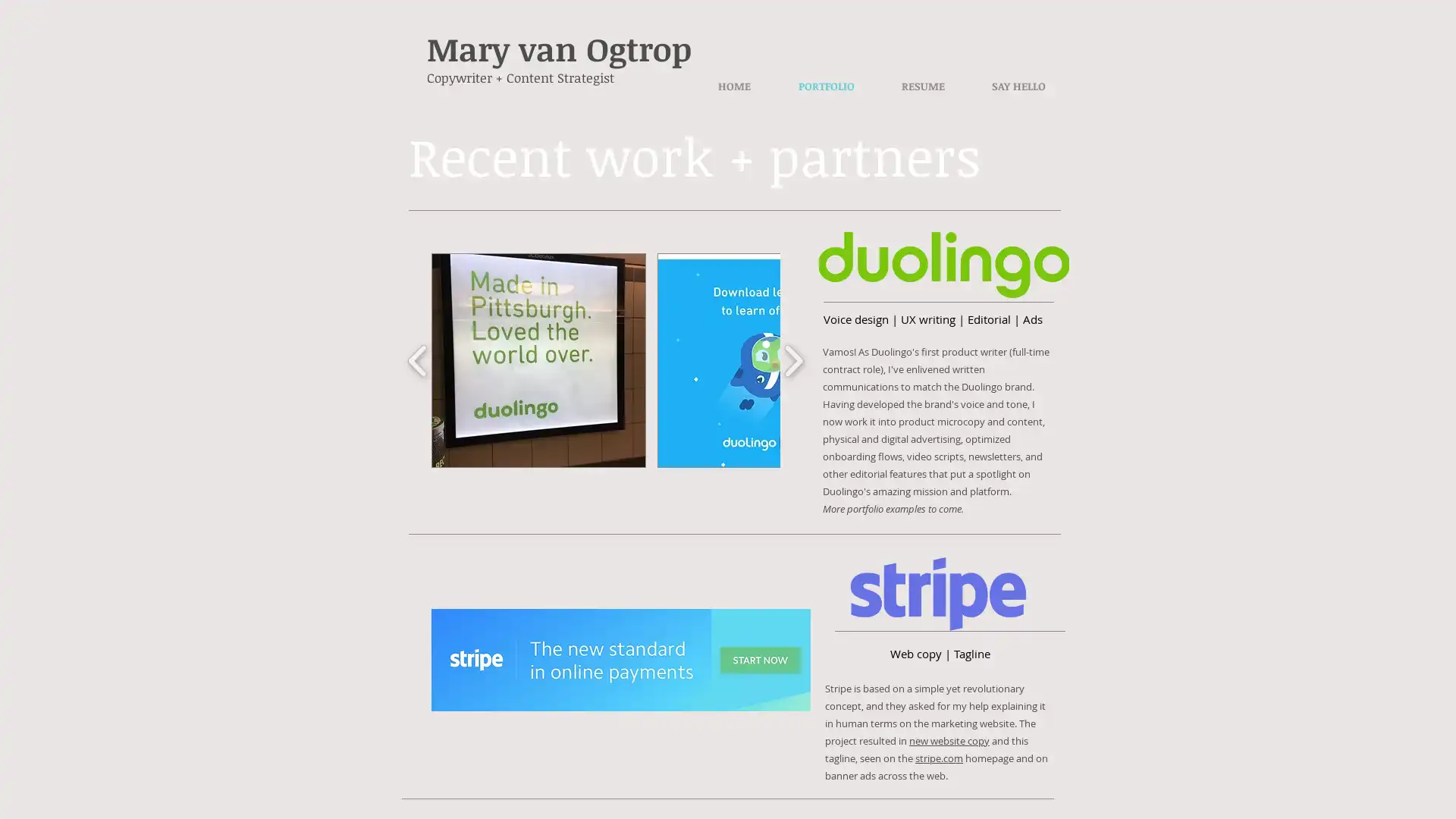  I want to click on play backward, so click(418, 359).